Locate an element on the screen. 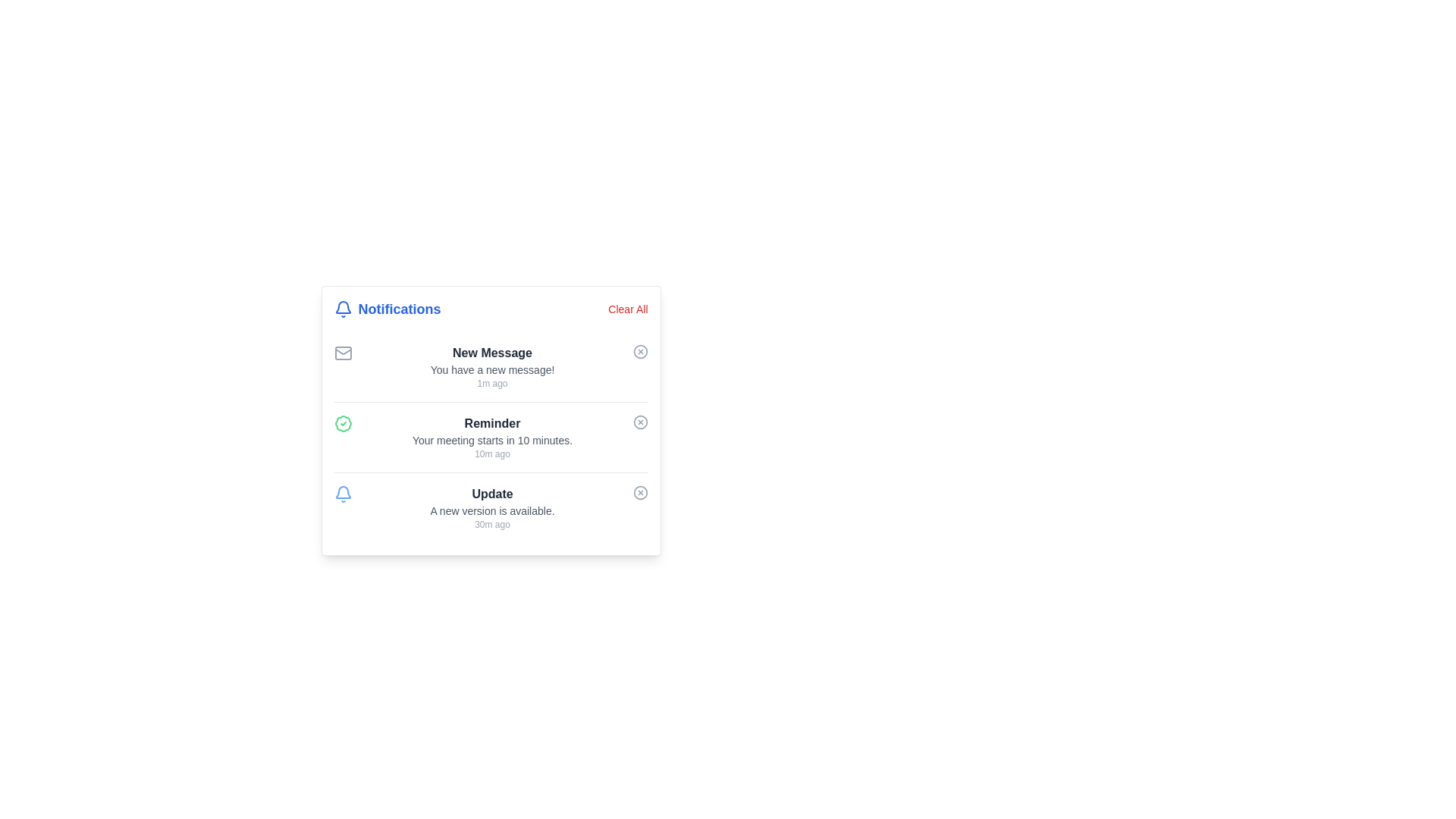 Image resolution: width=1456 pixels, height=819 pixels. the presence of the bell-shaped notification icon, which is styled with a thin outline and a uniform blue color, located next to the text 'Notifications' at the top-left area of the notification panel is located at coordinates (342, 309).